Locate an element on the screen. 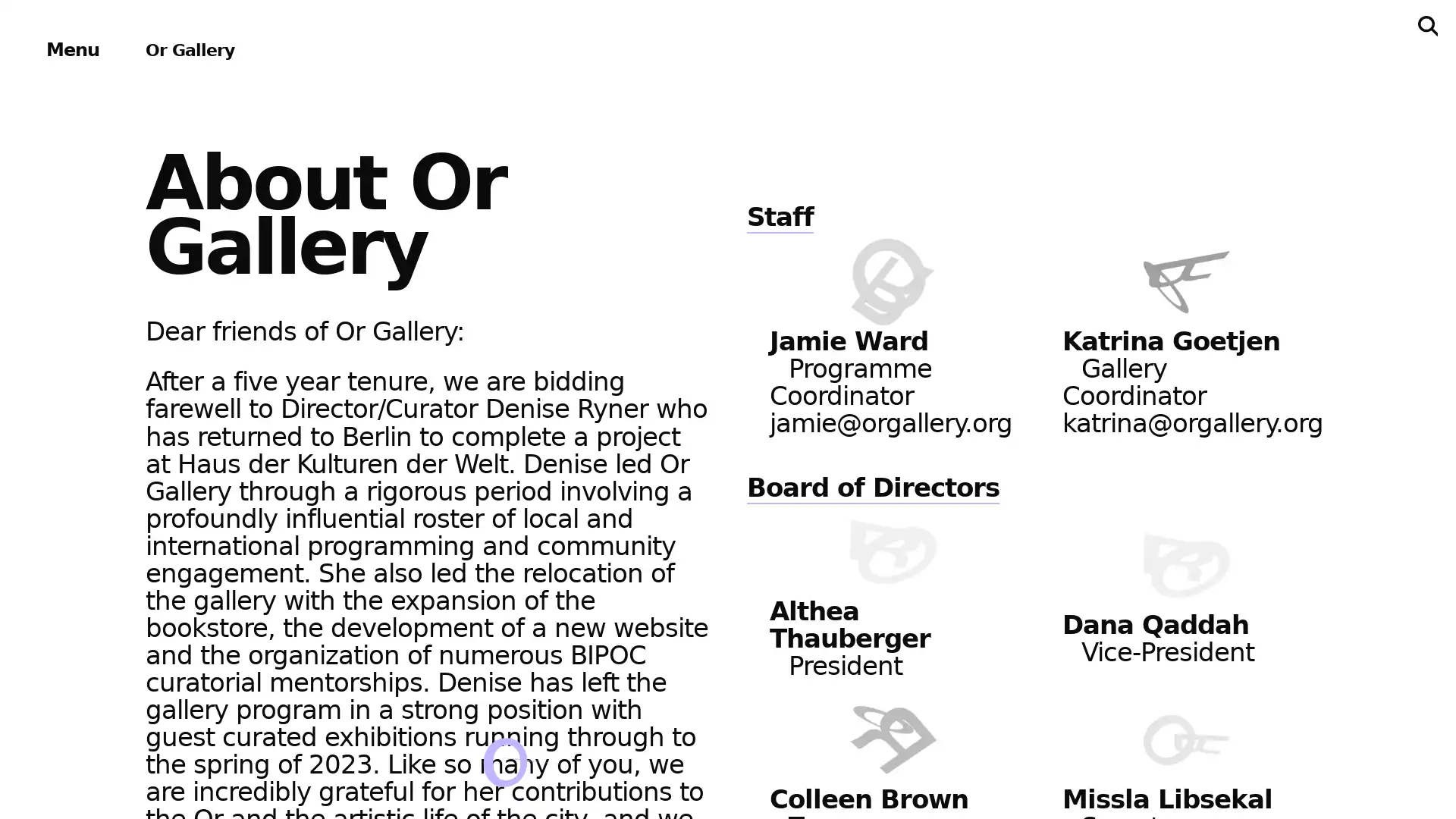 The image size is (1456, 819). About is located at coordinates (329, 601).